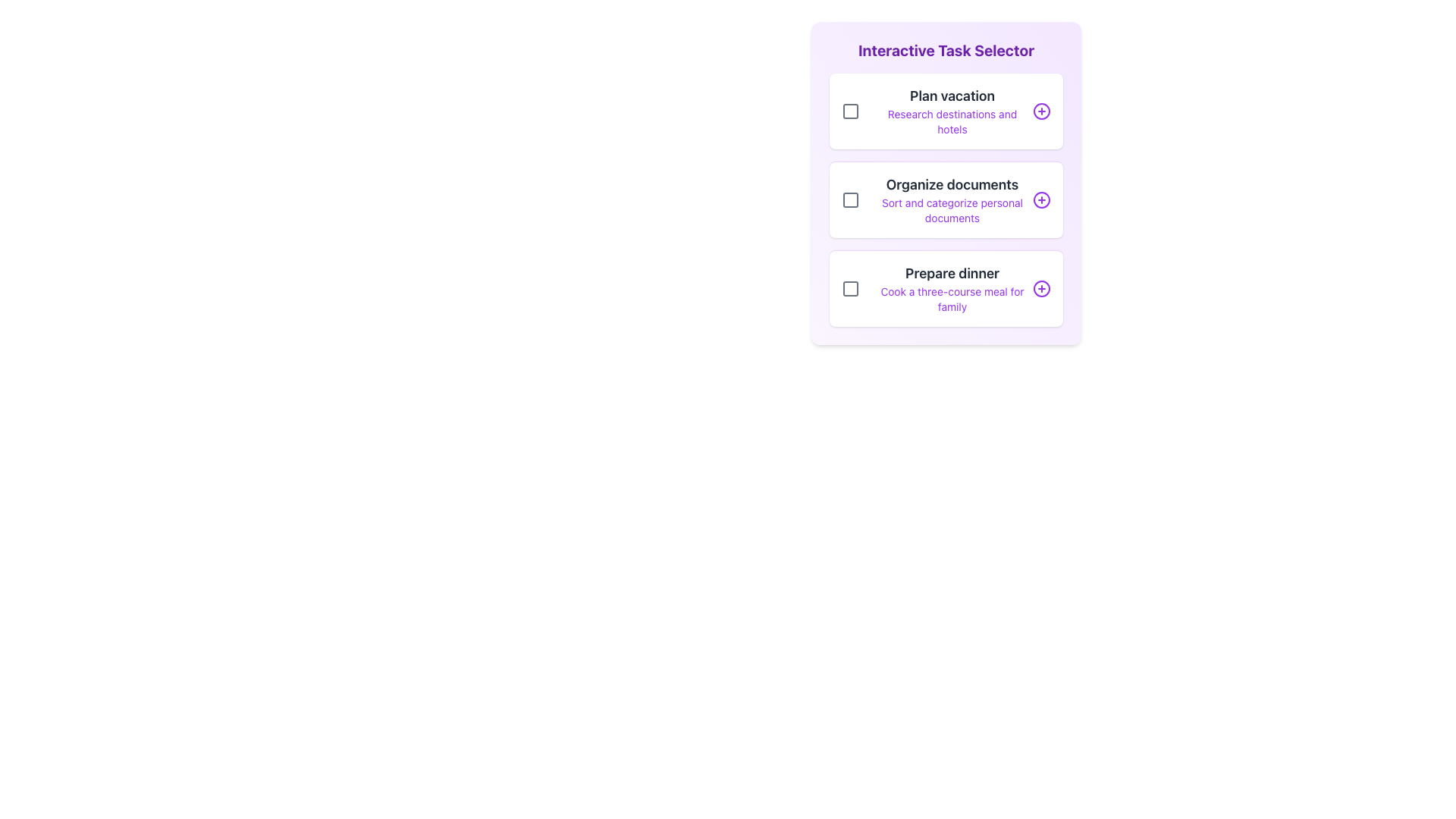  What do you see at coordinates (952, 184) in the screenshot?
I see `the Text Label that serves as the title for the task description in the 'Interactive Task Selector' section, located between 'Plan vacation' and 'Prepare dinner'` at bounding box center [952, 184].